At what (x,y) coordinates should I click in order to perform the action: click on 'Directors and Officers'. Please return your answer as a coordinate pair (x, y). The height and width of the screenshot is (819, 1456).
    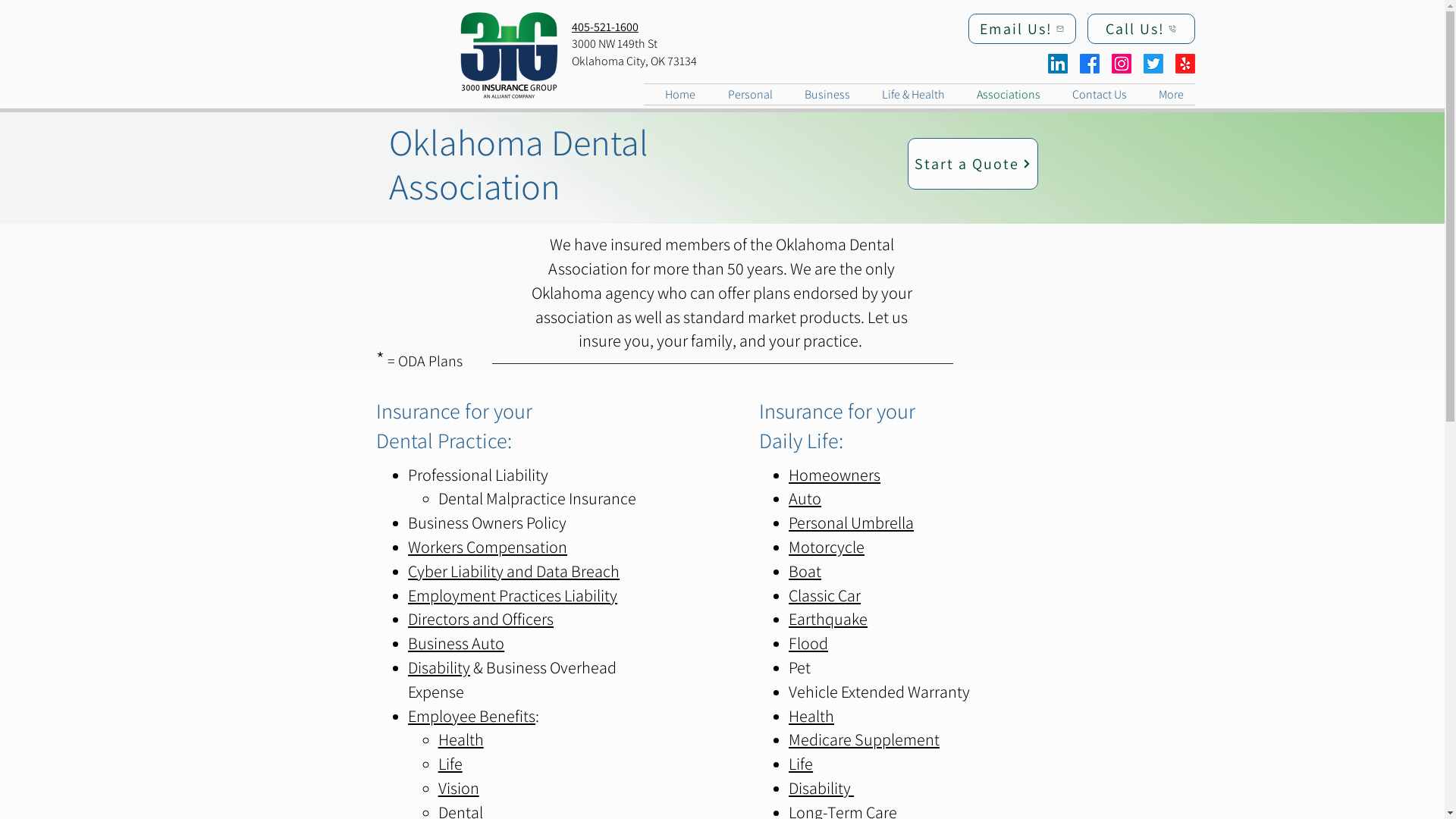
    Looking at the image, I should click on (479, 619).